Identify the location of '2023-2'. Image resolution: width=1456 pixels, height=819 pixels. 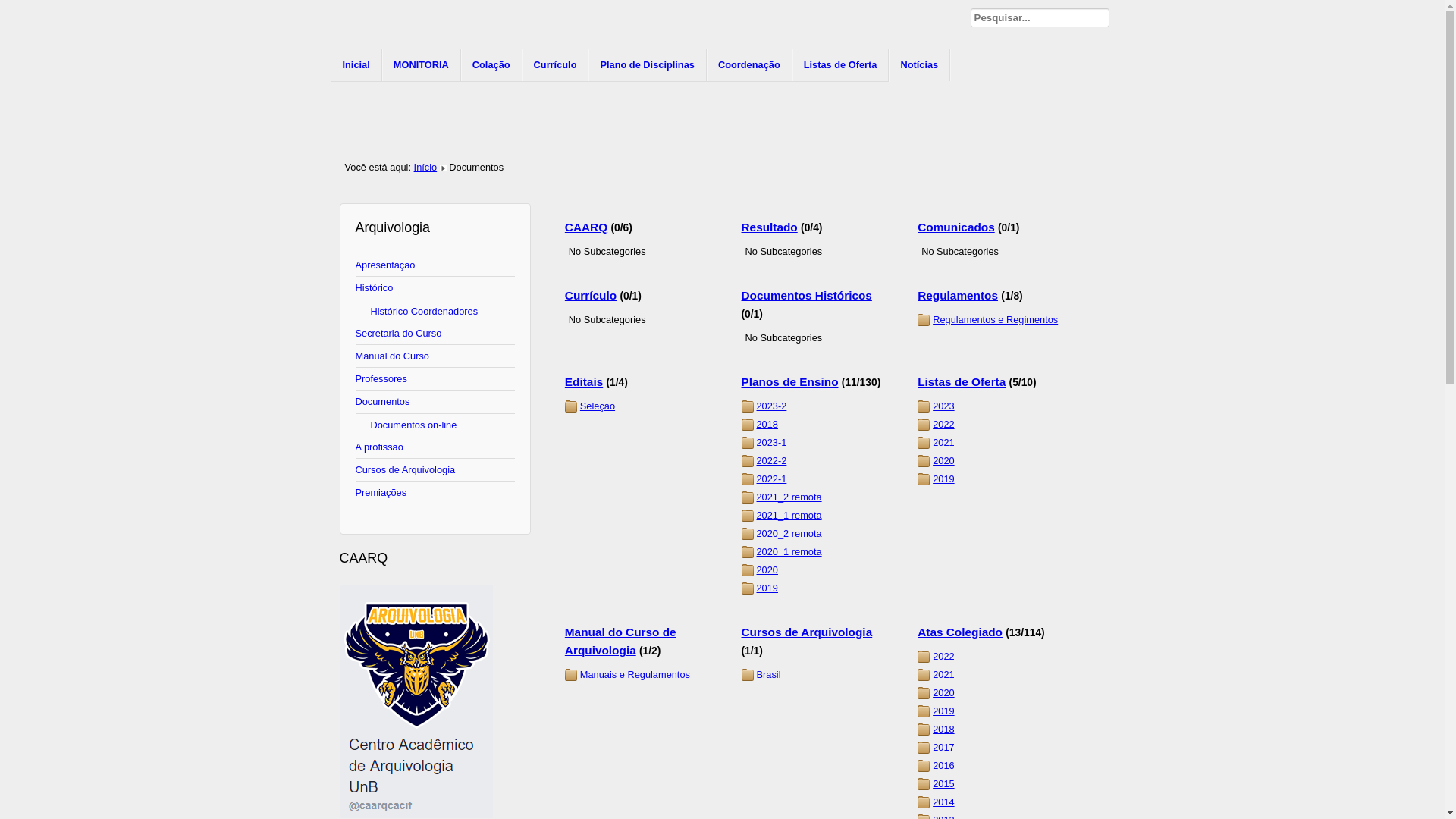
(757, 405).